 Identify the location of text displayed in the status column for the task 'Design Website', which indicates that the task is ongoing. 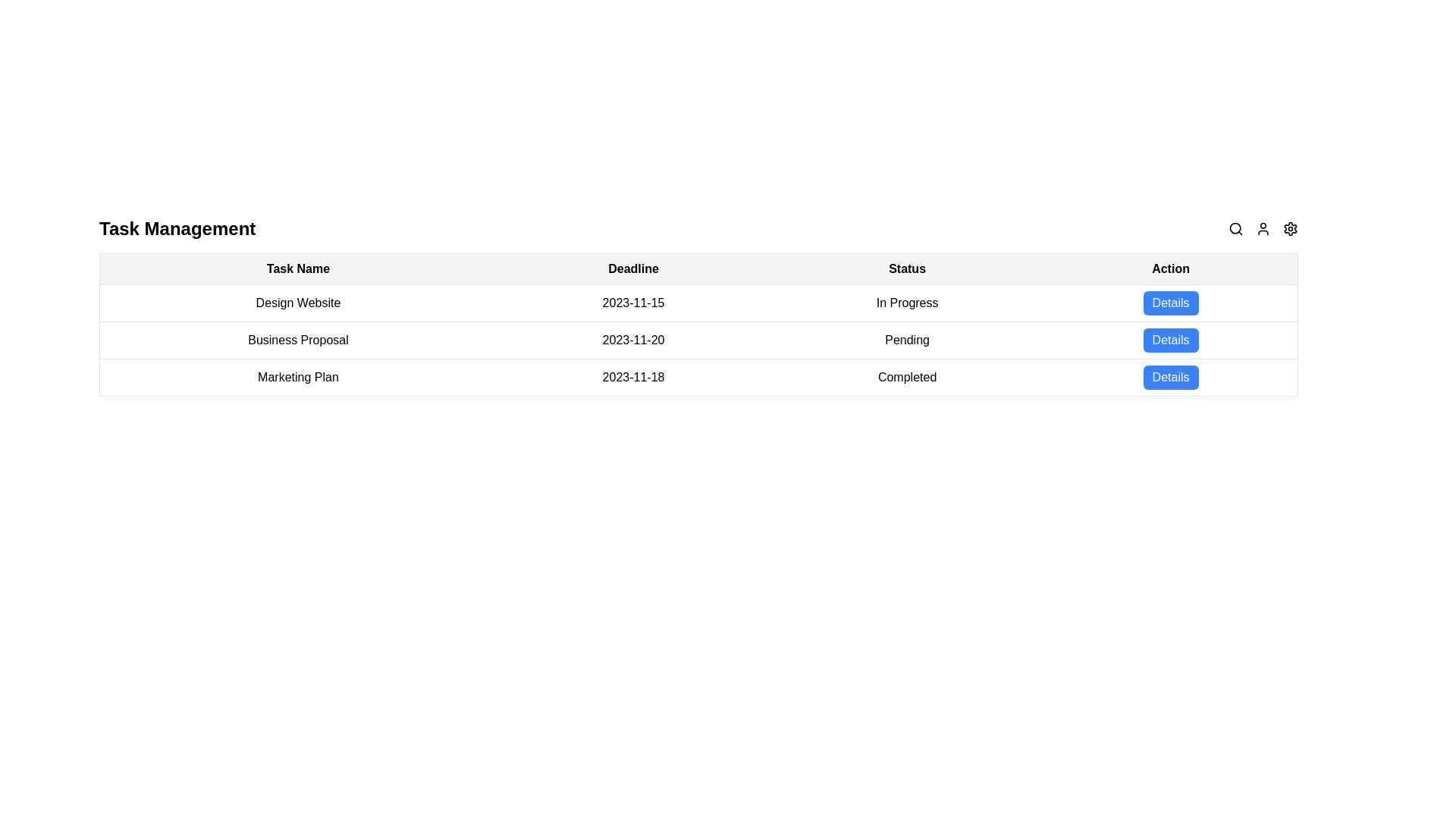
(907, 303).